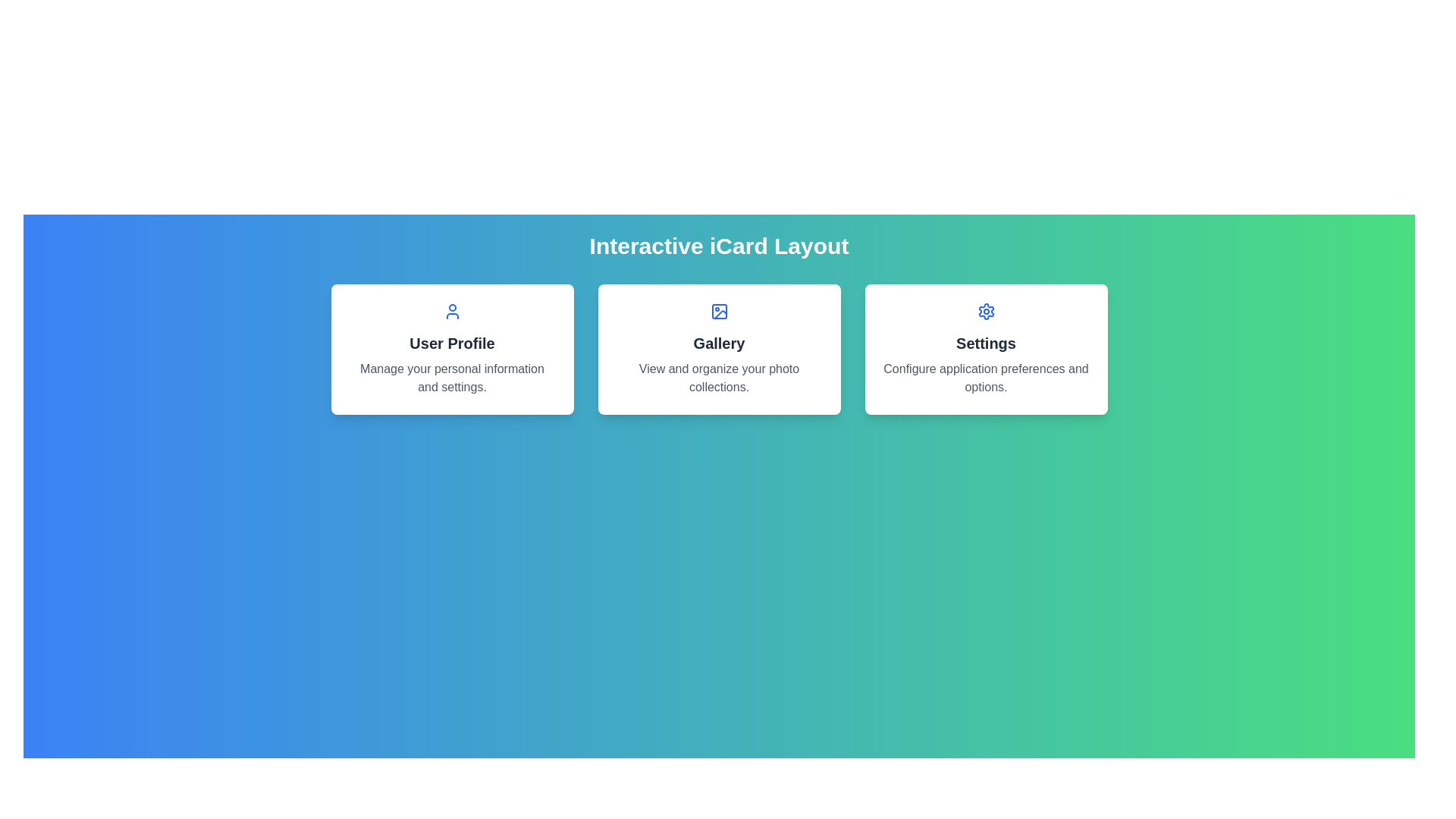 The width and height of the screenshot is (1456, 819). What do you see at coordinates (718, 311) in the screenshot?
I see `the gallery icon located in the second card labeled 'Gallery', positioned between the 'User Profile' and 'Settings' cards` at bounding box center [718, 311].